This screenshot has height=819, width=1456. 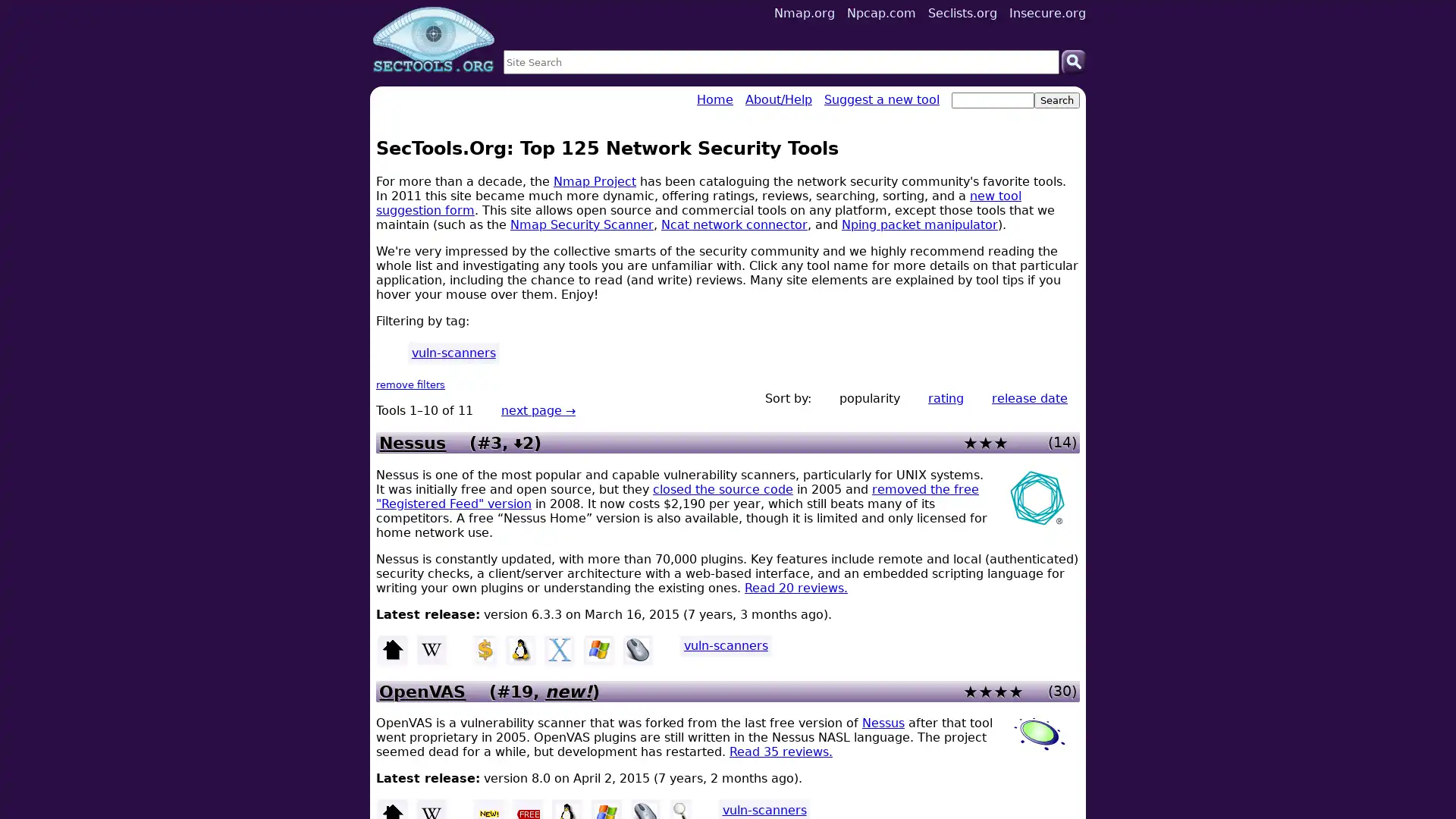 I want to click on Search, so click(x=1073, y=61).